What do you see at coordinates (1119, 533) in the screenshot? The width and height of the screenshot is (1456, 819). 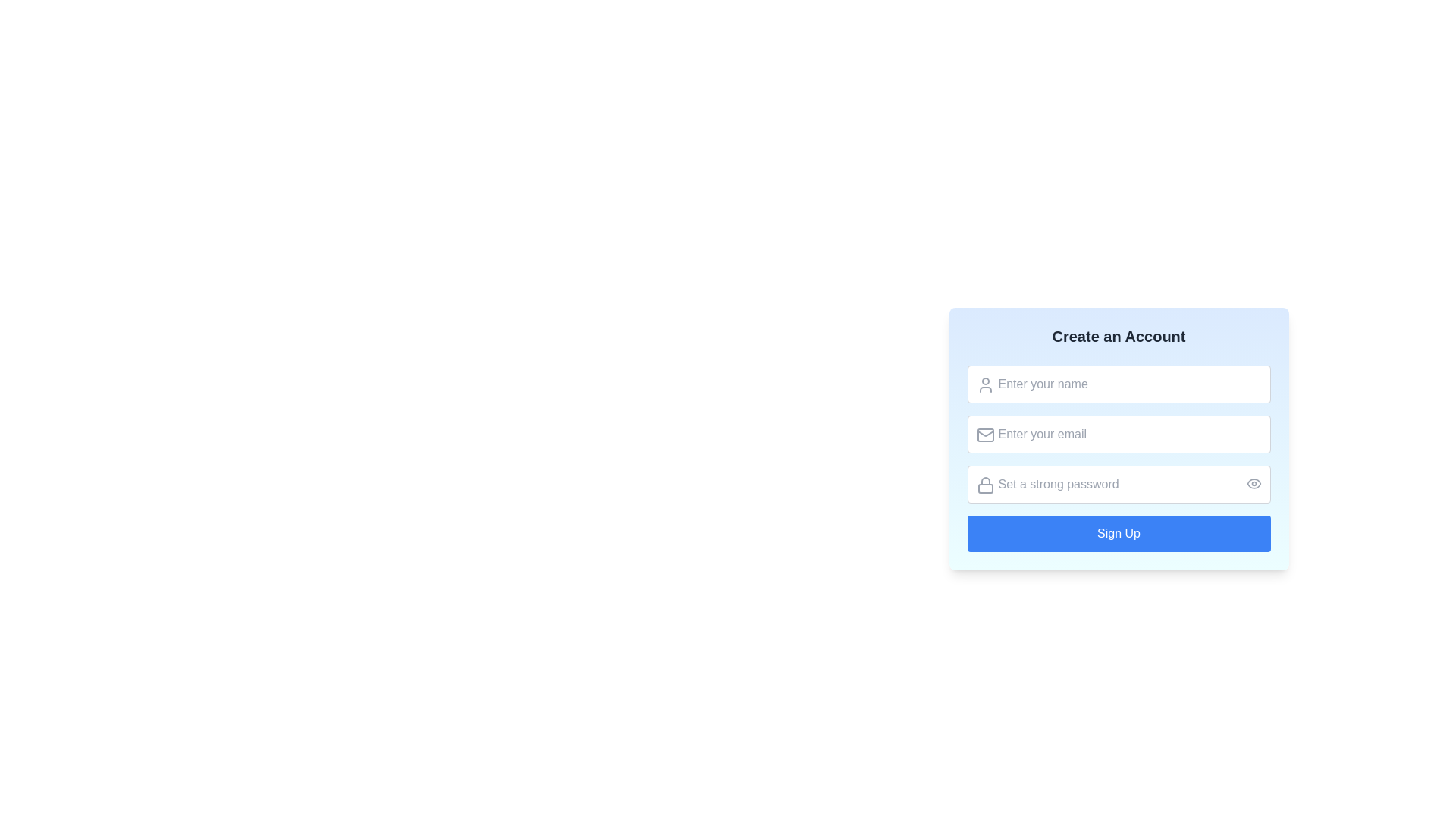 I see `the submission button located at the bottom of the 'Create an Account' form` at bounding box center [1119, 533].